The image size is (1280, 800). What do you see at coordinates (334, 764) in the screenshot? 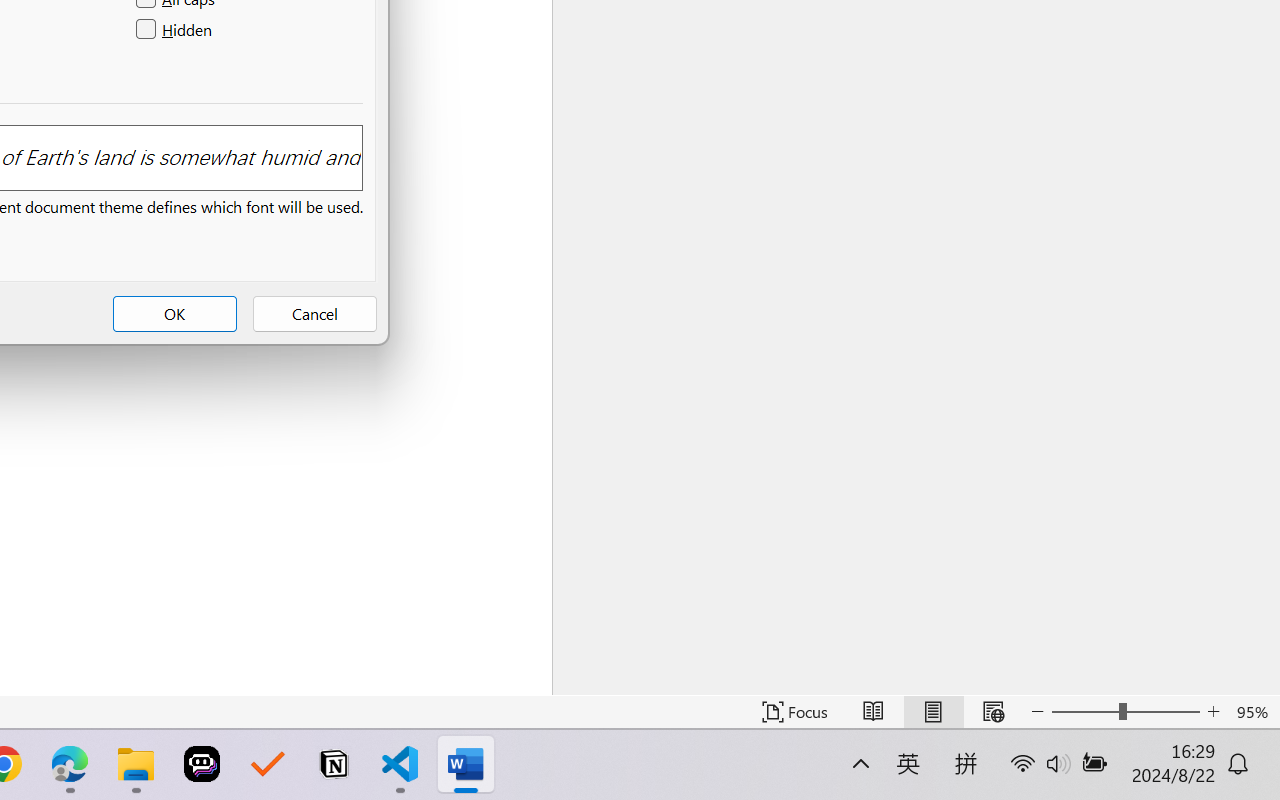
I see `'Notion'` at bounding box center [334, 764].